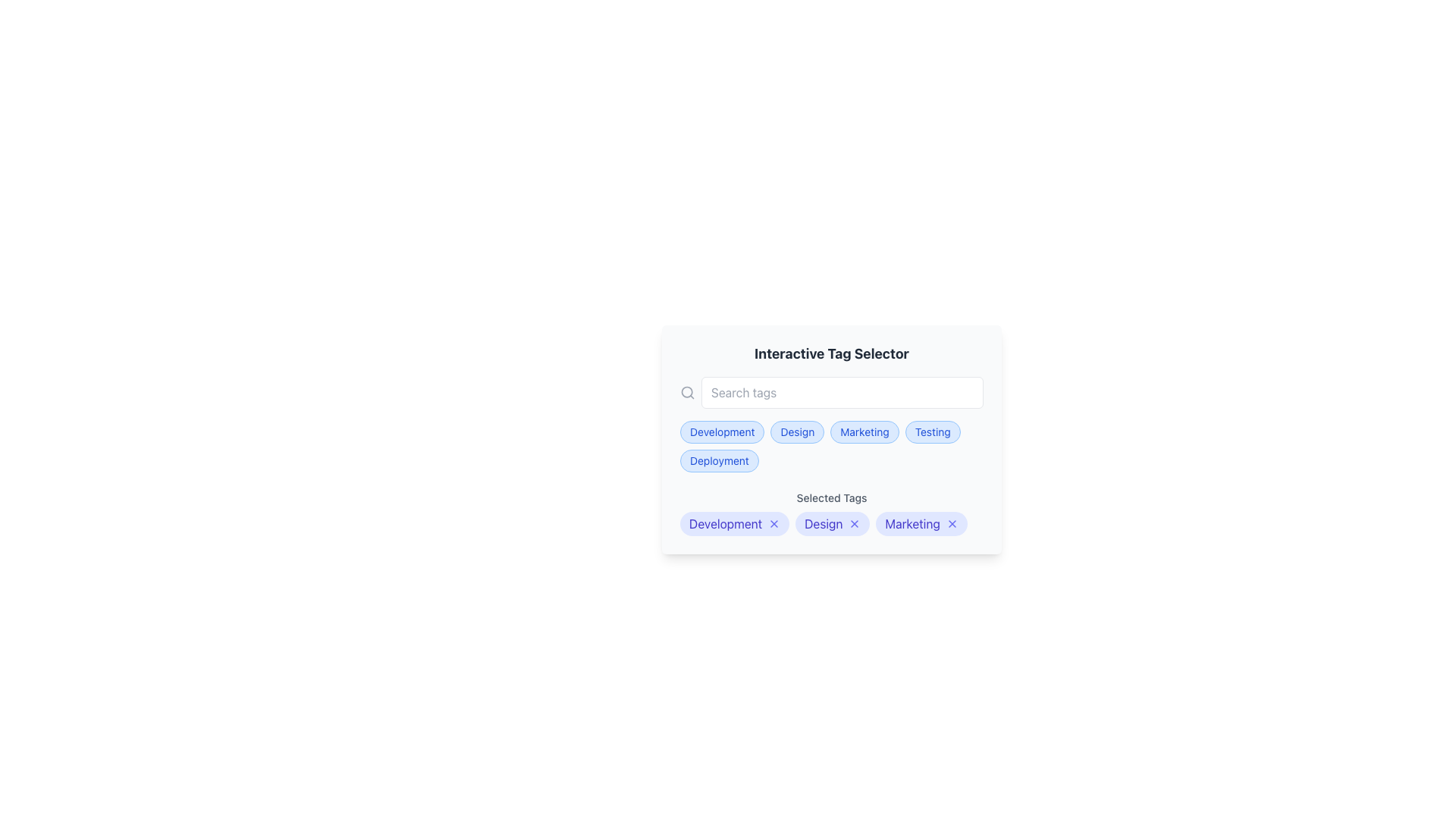  What do you see at coordinates (832, 522) in the screenshot?
I see `the 'Design' tag element, which is the second tag in the 'Selected Tags' section` at bounding box center [832, 522].